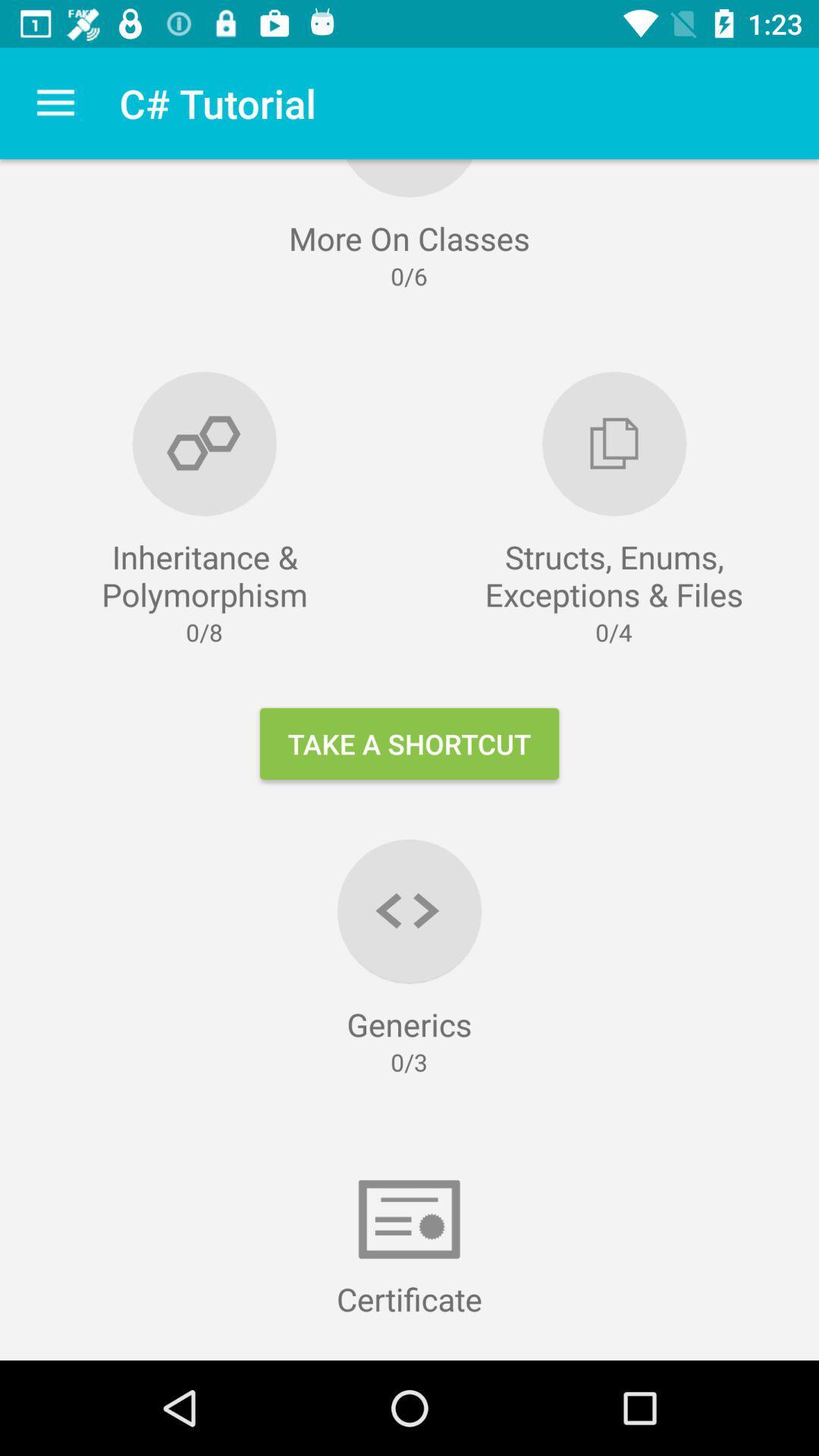 The width and height of the screenshot is (819, 1456). Describe the element at coordinates (409, 910) in the screenshot. I see `left right arrow icon` at that location.